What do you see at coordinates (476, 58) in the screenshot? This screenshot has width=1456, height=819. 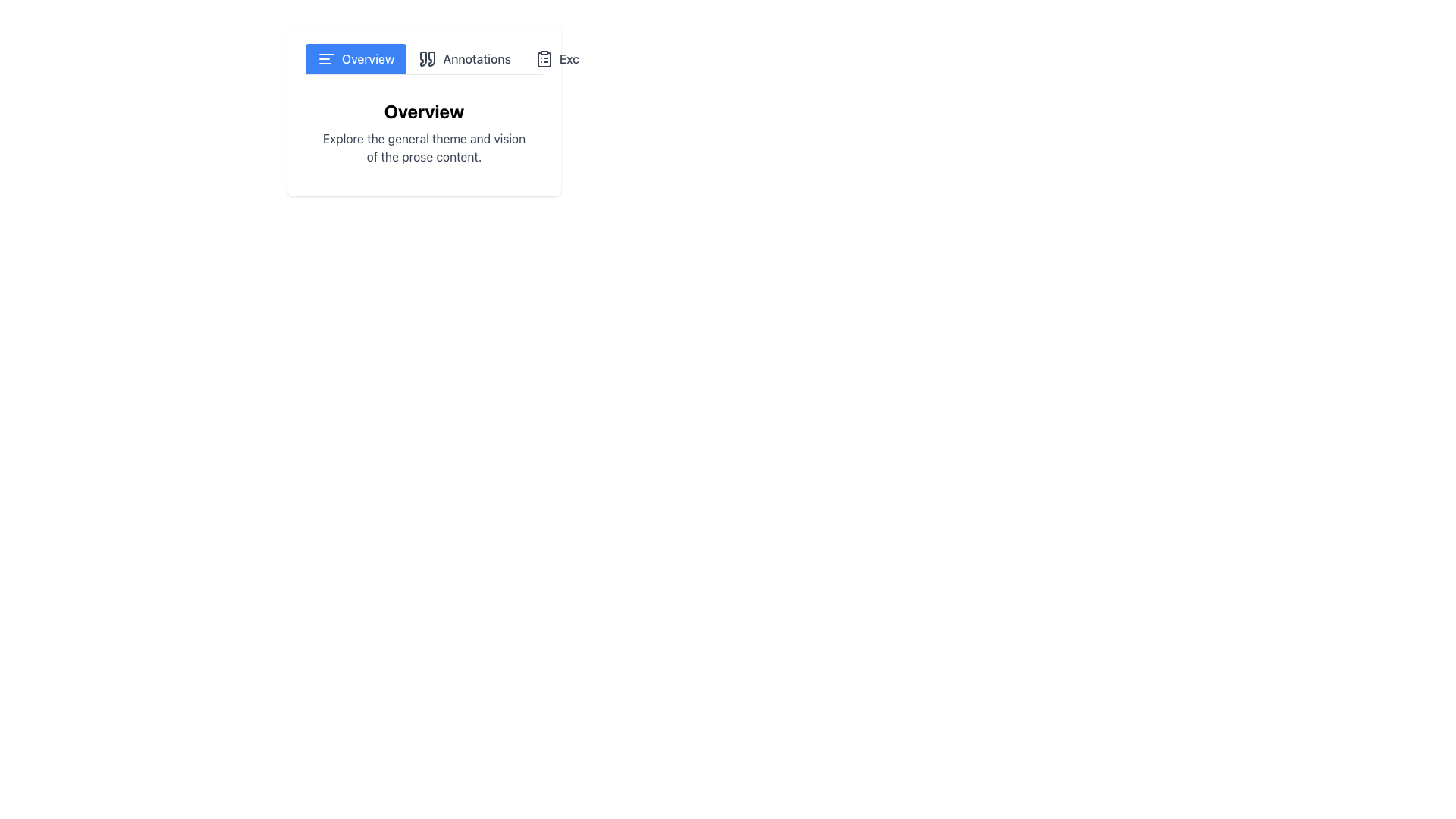 I see `the 'Annotations' text label in the navigation bar` at bounding box center [476, 58].